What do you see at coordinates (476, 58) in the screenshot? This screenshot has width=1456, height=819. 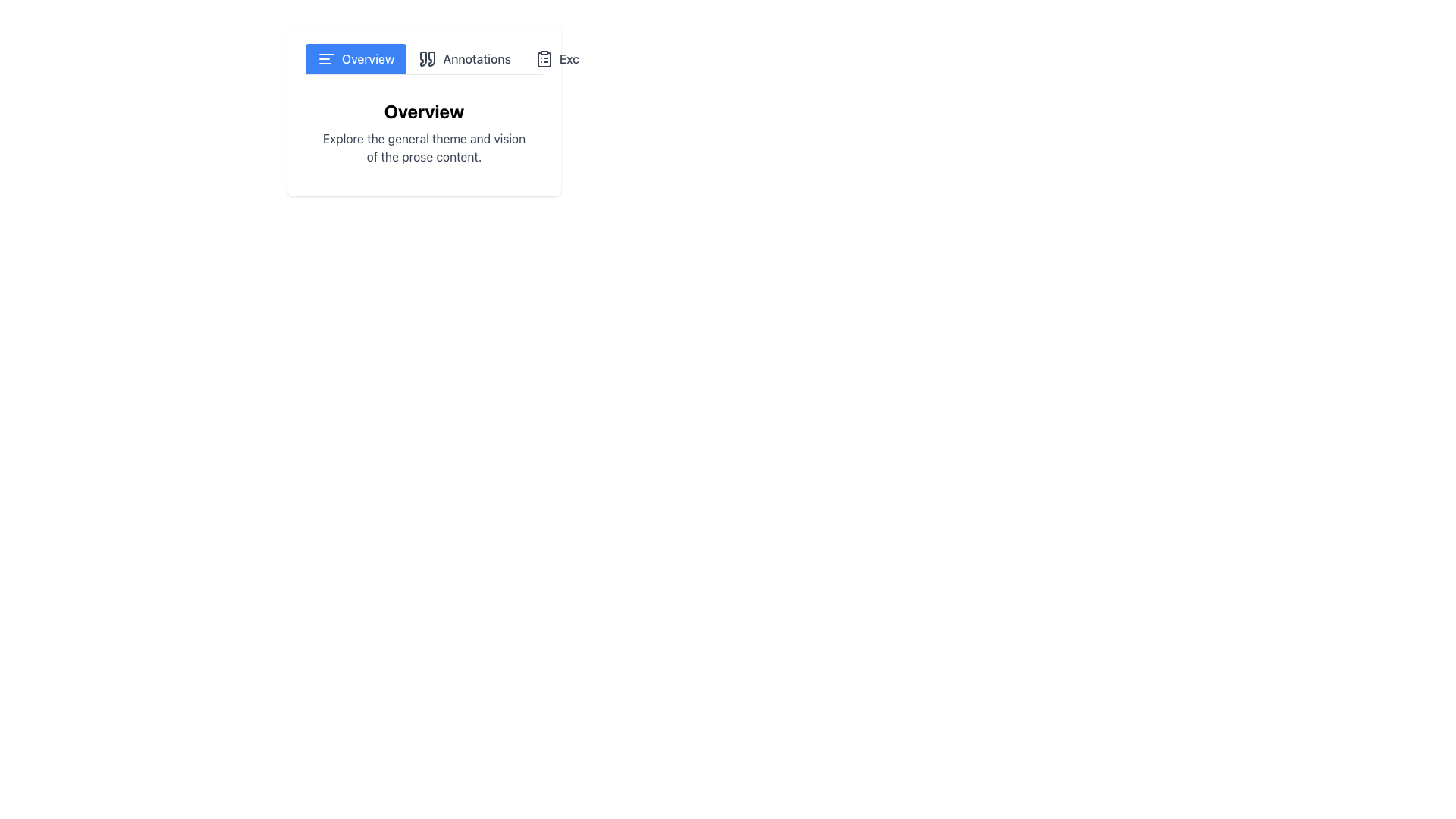 I see `the 'Annotations' text label in the navigation bar` at bounding box center [476, 58].